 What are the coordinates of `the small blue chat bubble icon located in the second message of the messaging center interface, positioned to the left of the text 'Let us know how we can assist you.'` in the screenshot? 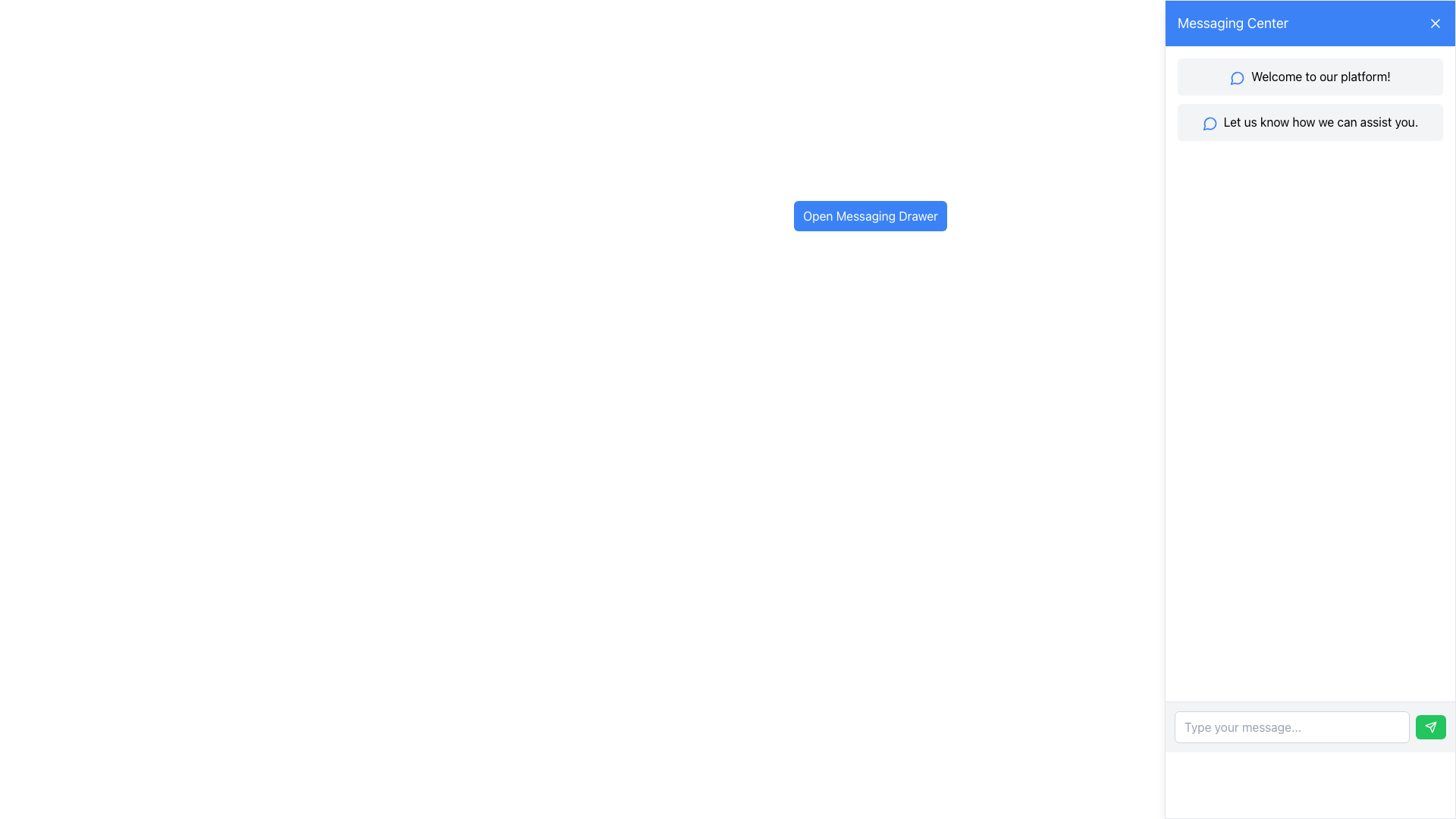 It's located at (1209, 123).